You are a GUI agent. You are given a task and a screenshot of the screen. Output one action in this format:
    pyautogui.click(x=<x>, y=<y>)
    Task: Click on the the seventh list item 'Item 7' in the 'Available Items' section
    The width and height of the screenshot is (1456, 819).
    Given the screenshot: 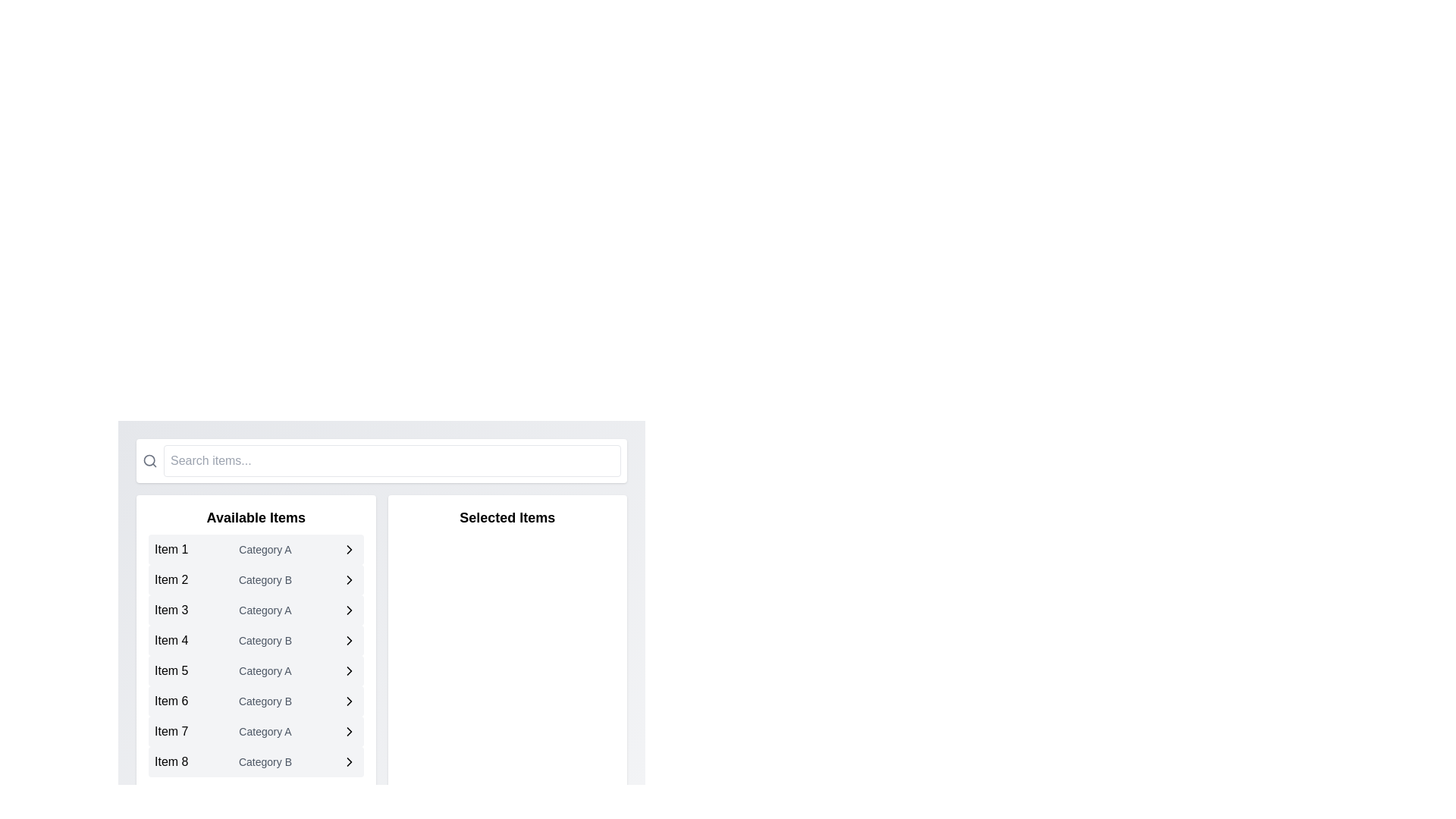 What is the action you would take?
    pyautogui.click(x=256, y=730)
    